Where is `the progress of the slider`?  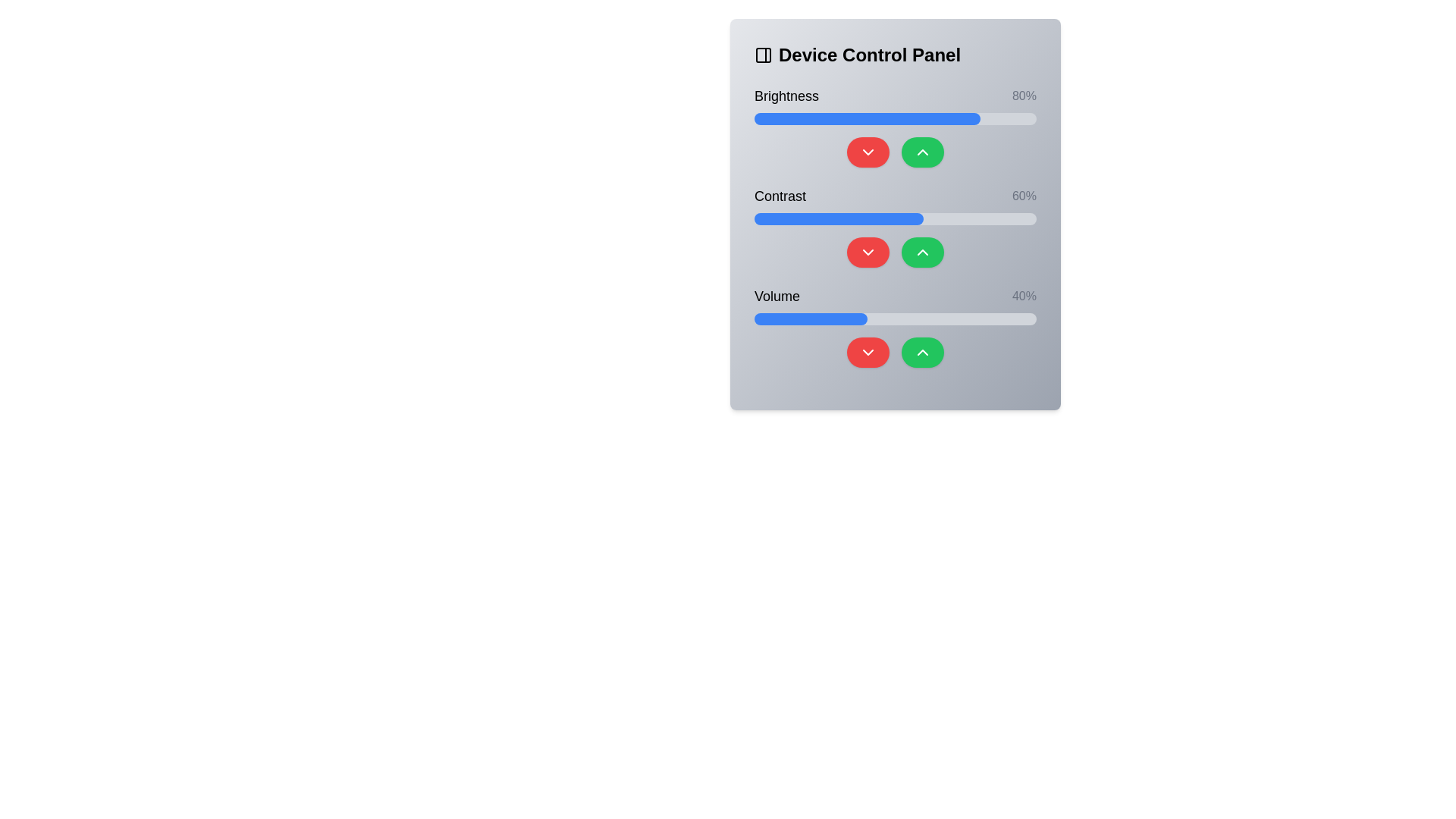 the progress of the slider is located at coordinates (937, 318).